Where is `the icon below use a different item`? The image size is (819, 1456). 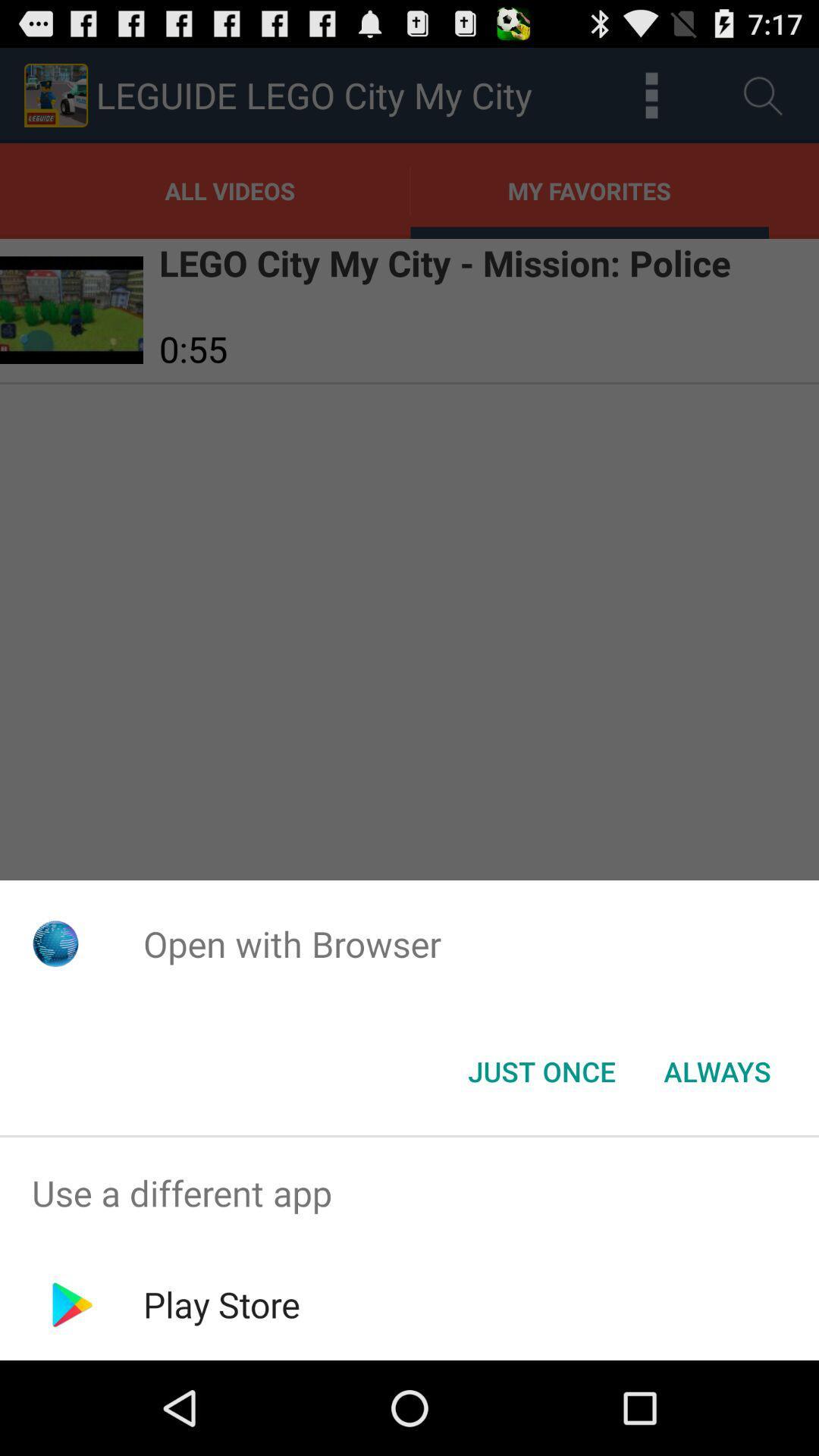 the icon below use a different item is located at coordinates (221, 1304).